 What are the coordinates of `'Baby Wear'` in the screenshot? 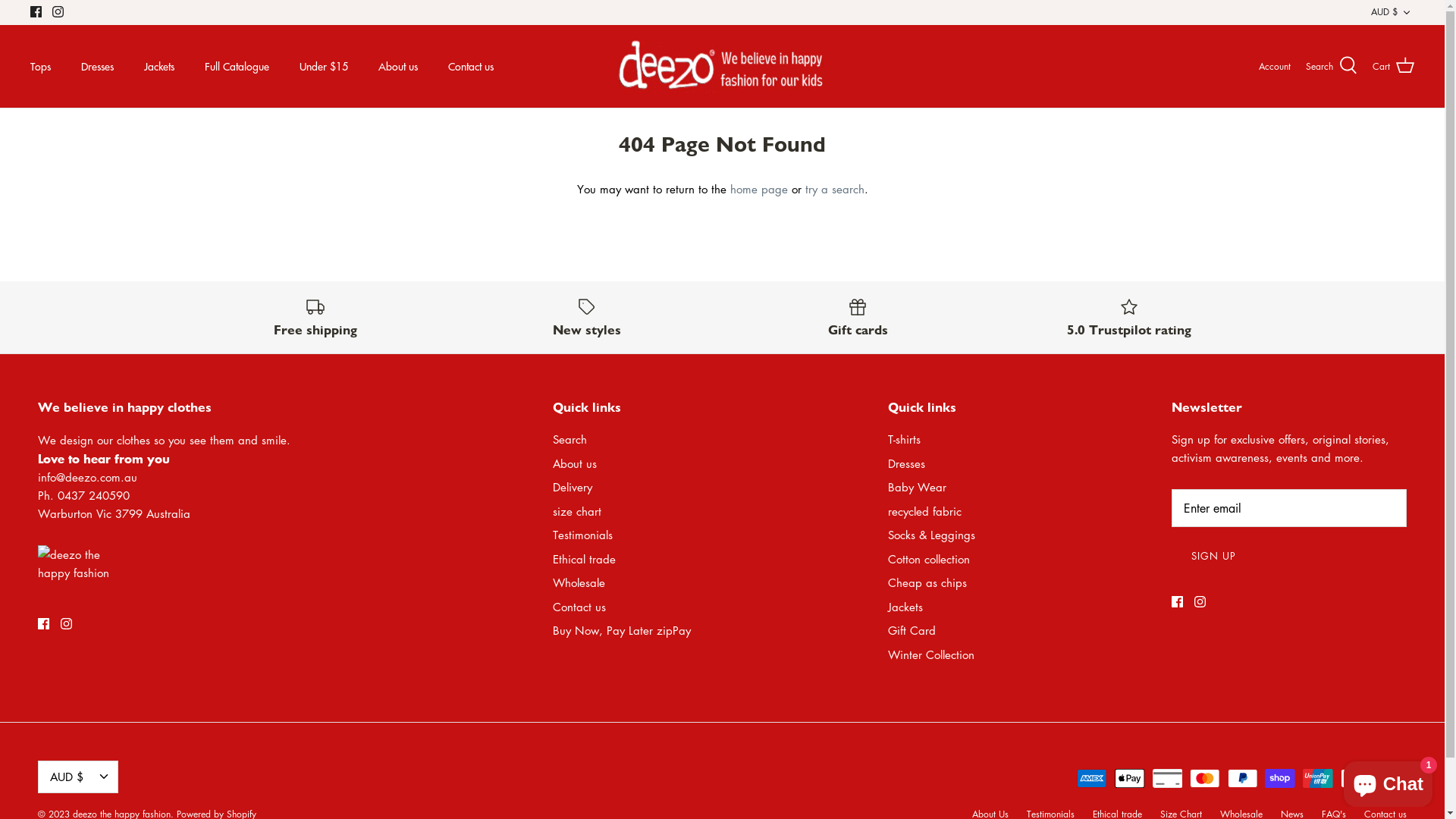 It's located at (916, 486).